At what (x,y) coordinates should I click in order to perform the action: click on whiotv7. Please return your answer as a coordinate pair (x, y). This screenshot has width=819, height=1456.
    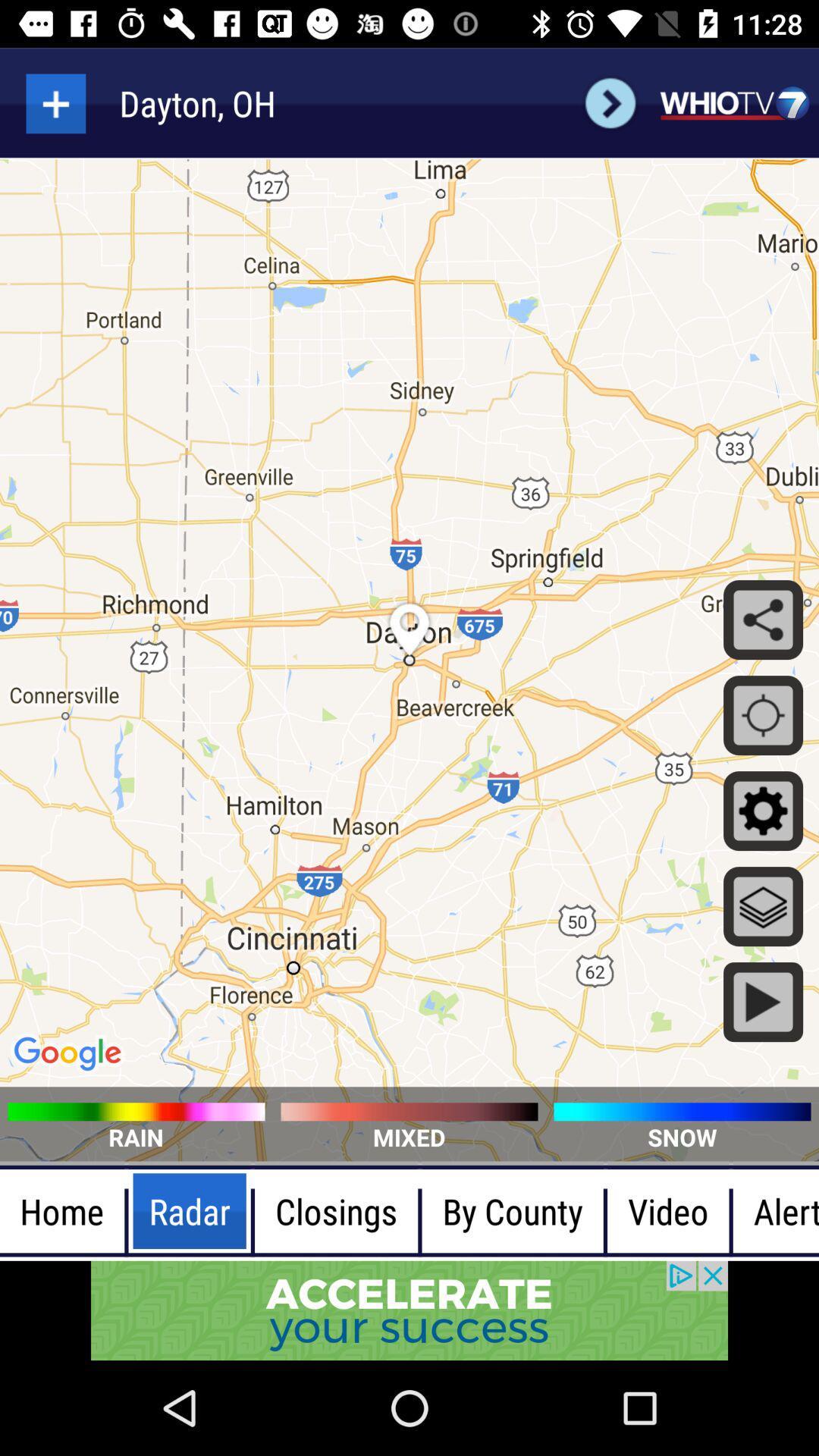
    Looking at the image, I should click on (733, 102).